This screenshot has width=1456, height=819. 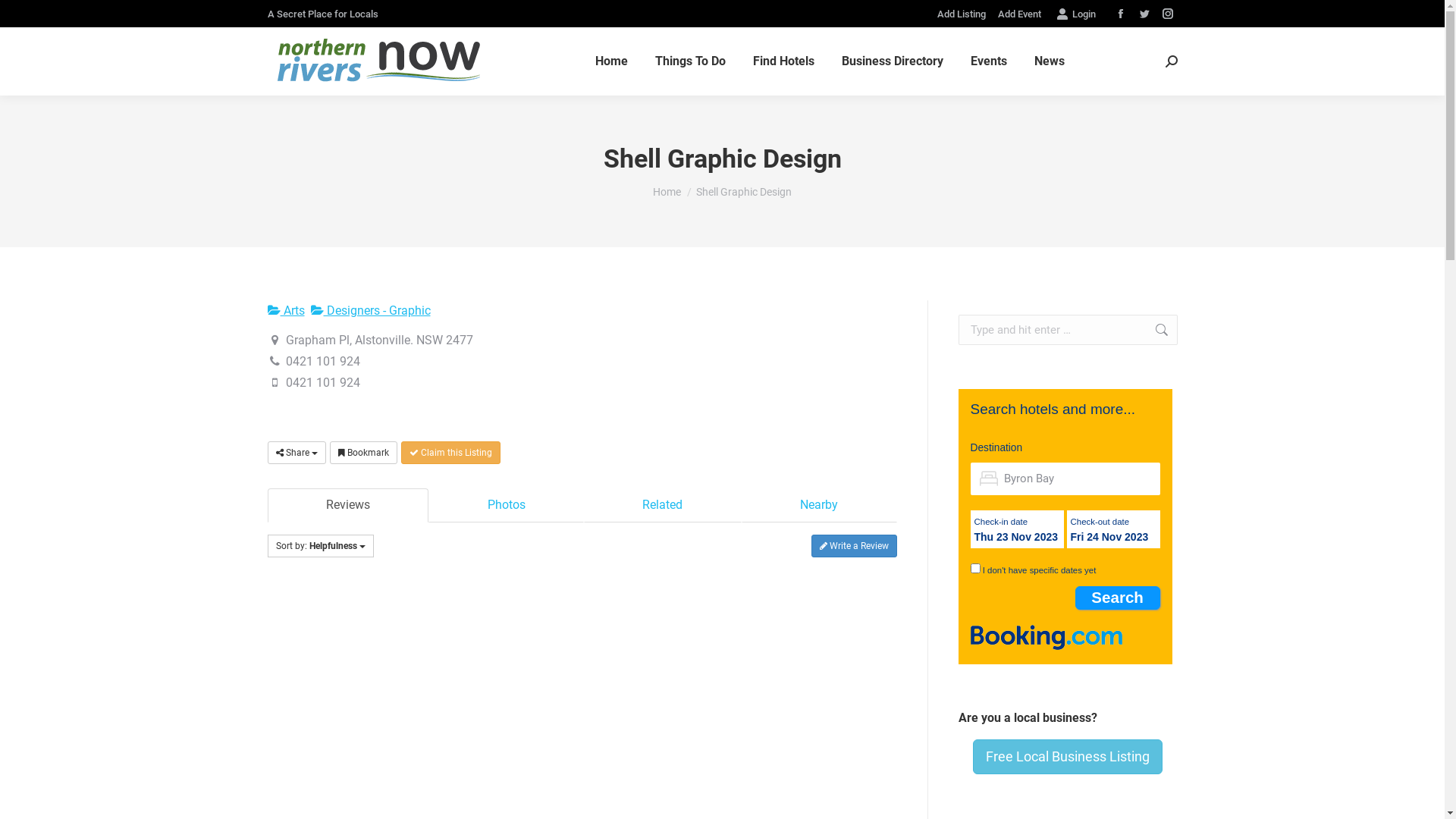 What do you see at coordinates (854, 546) in the screenshot?
I see `'Write a Review'` at bounding box center [854, 546].